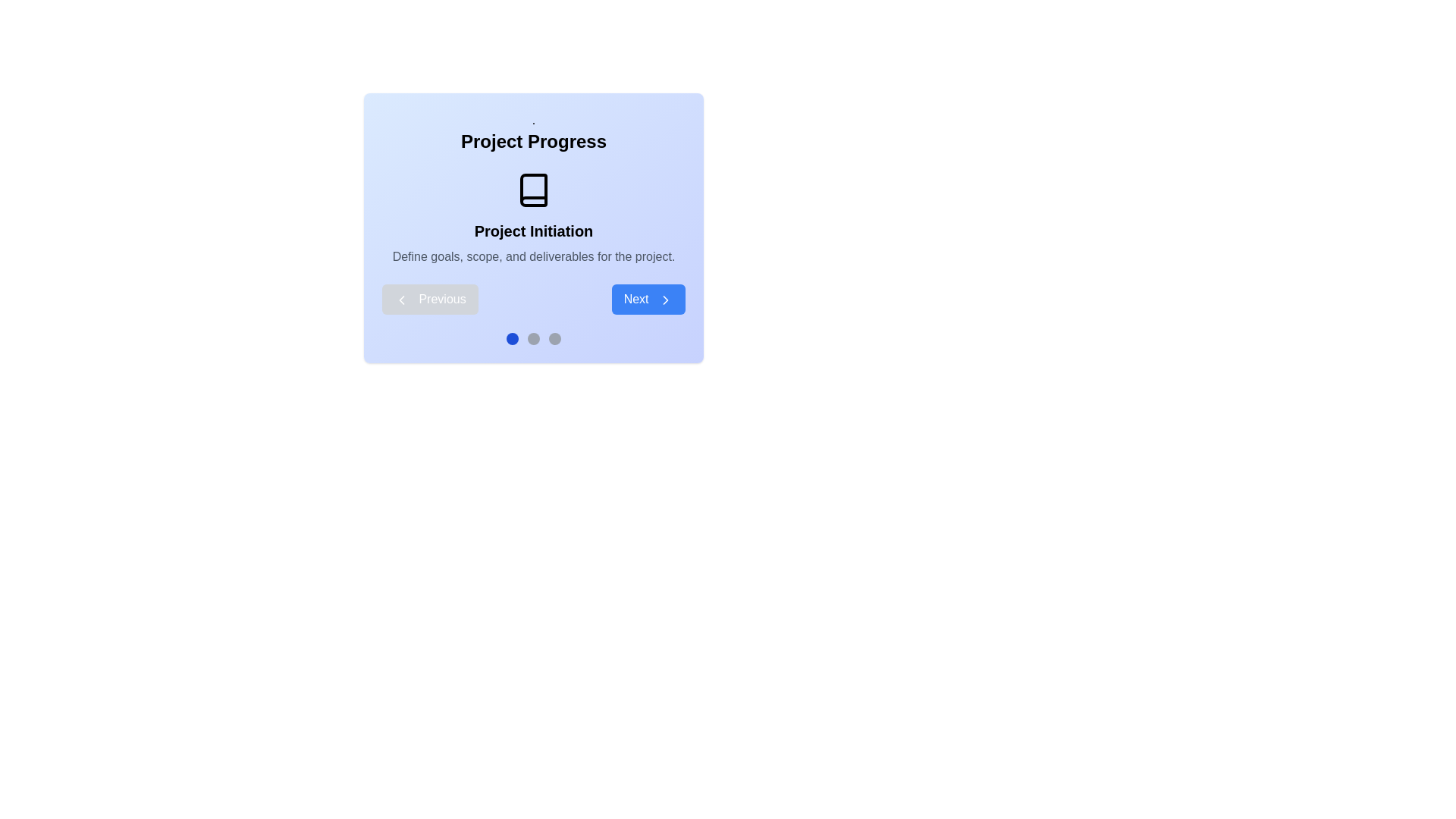 This screenshot has height=819, width=1456. What do you see at coordinates (428, 299) in the screenshot?
I see `the 'Previous' button, which has a blue background, white text, and a left-chevron icon` at bounding box center [428, 299].